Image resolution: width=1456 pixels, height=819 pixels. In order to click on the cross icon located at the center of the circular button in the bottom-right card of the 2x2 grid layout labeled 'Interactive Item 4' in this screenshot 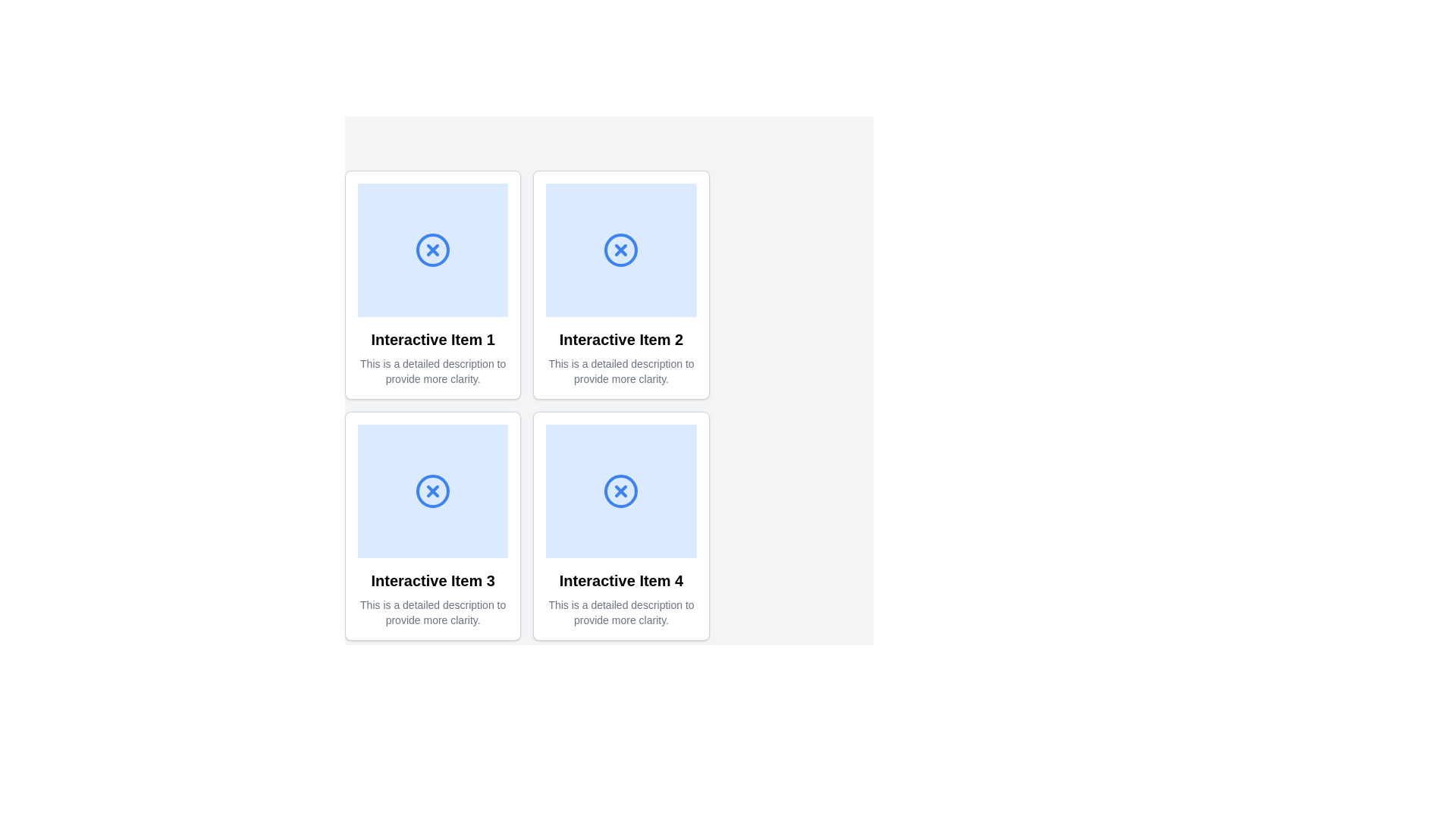, I will do `click(621, 491)`.